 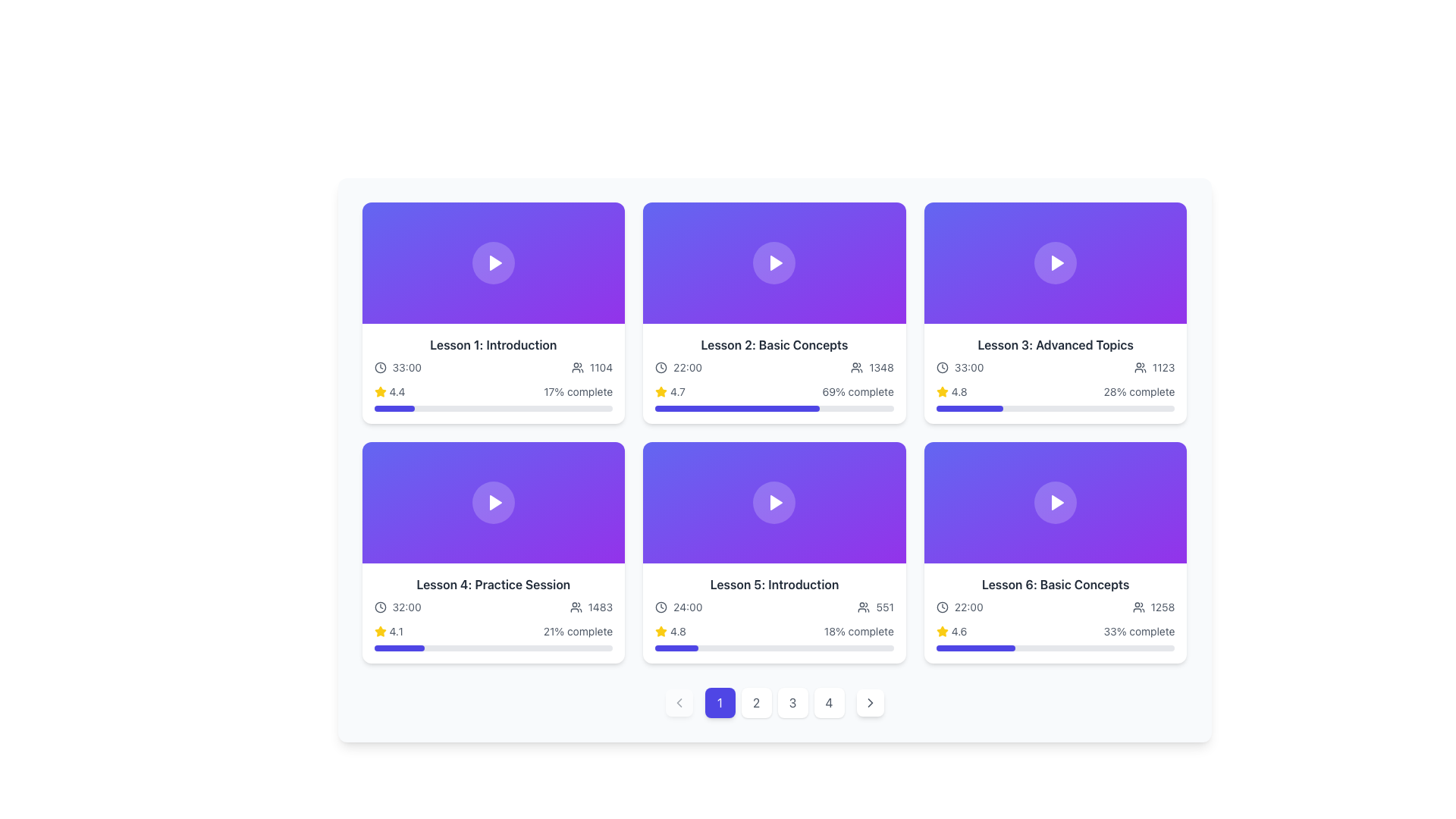 I want to click on the text label displaying '69% complete' in gray font, located in the second card of 'Lesson 2: Basic Concepts', so click(x=858, y=391).